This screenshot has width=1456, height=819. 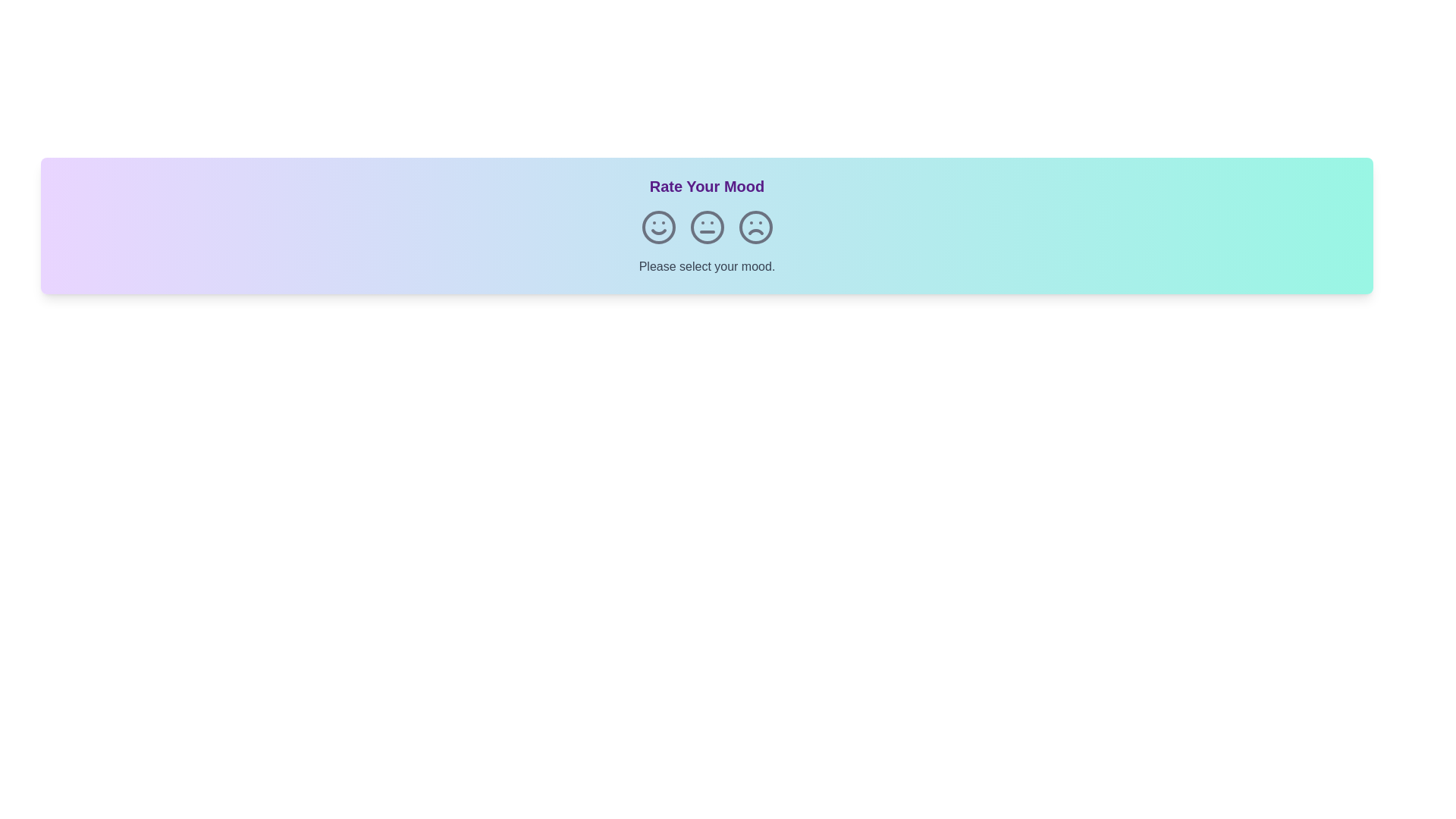 What do you see at coordinates (706, 227) in the screenshot?
I see `the mood rating button corresponding to neutral` at bounding box center [706, 227].